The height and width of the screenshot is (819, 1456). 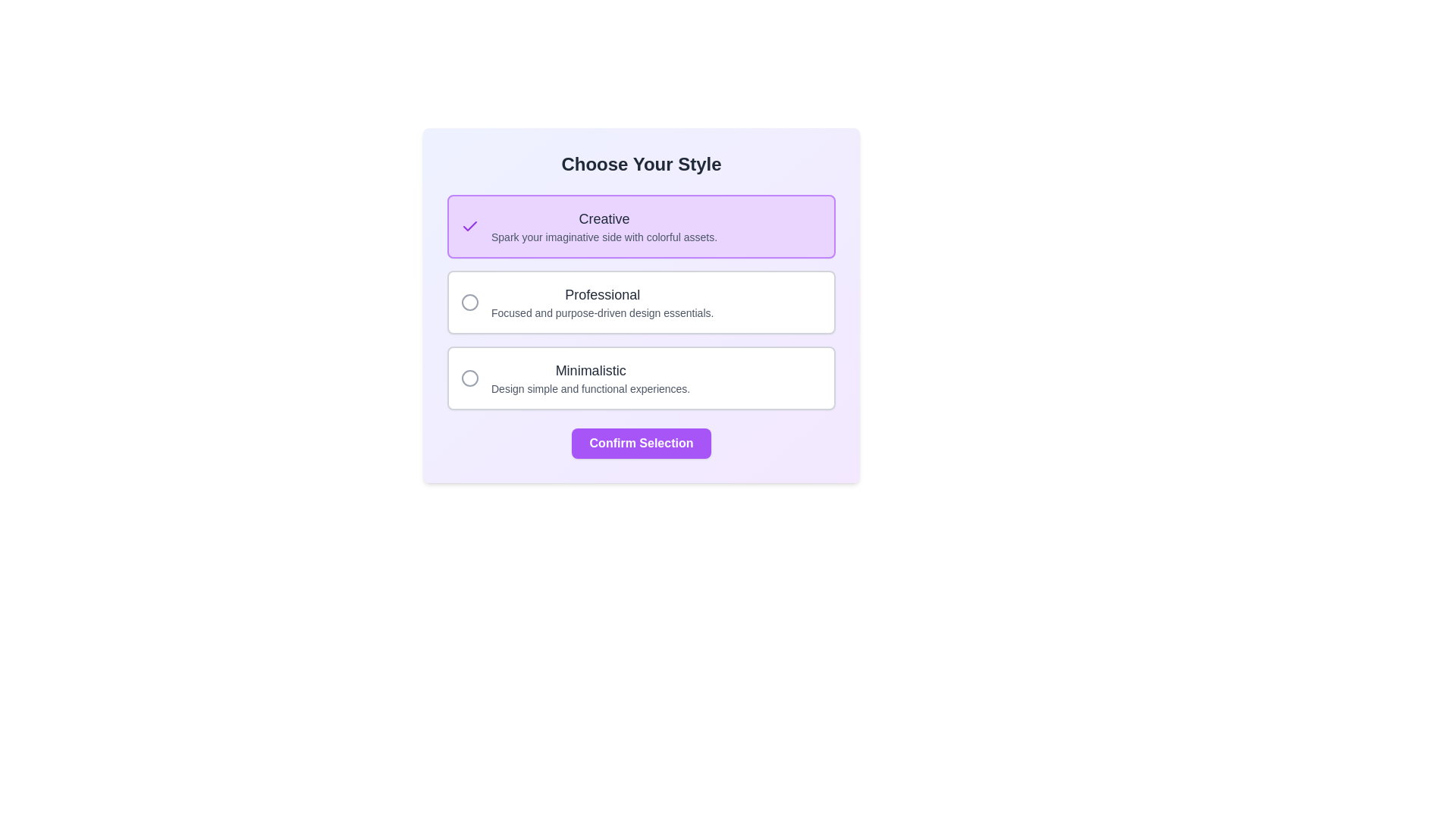 I want to click on the gray outlined circle icon located within the second list item labeled 'Professional' under 'Choose Your Style.', so click(x=469, y=302).